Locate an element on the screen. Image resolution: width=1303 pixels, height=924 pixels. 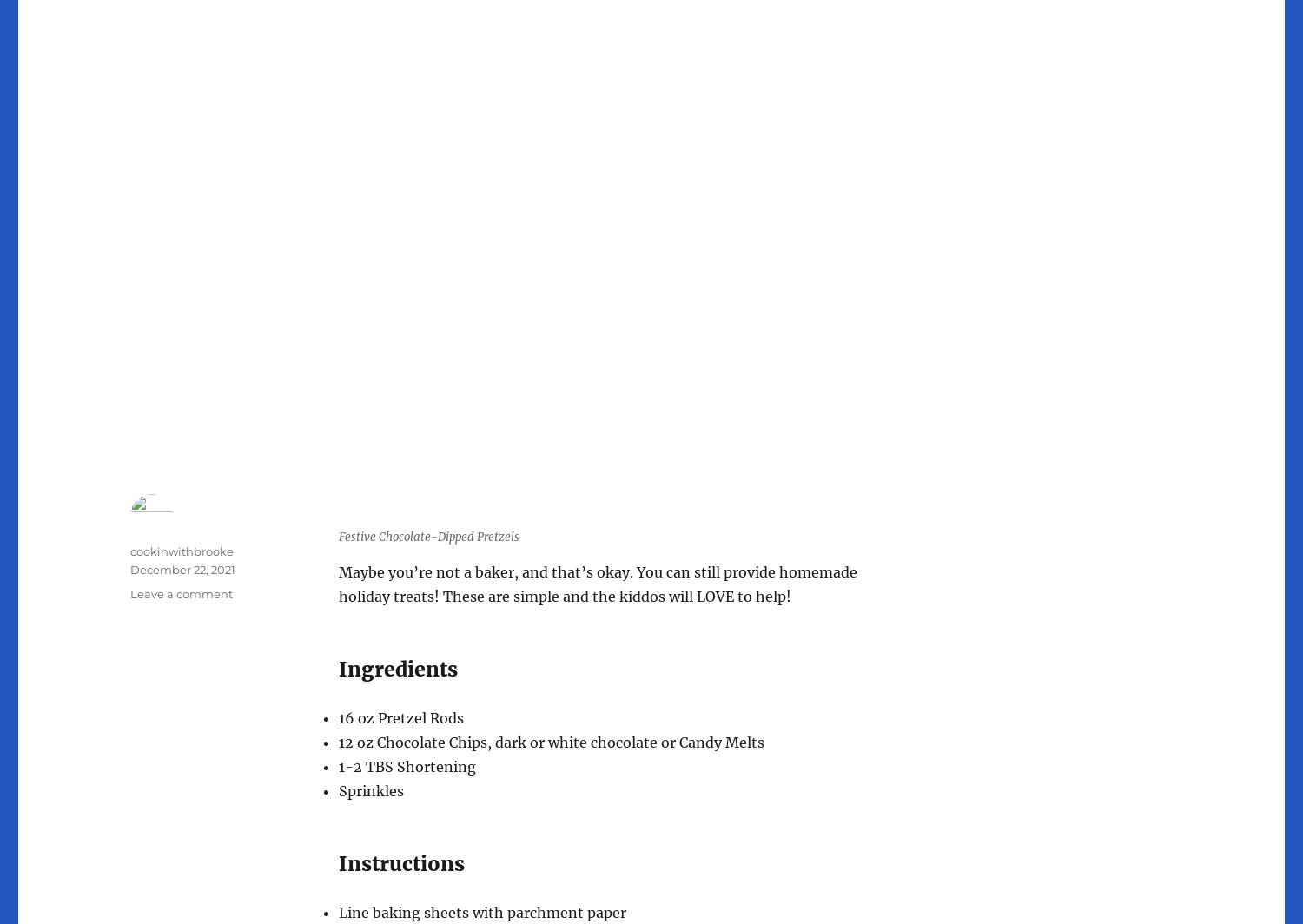
'12 oz Chocolate Chips, dark or white chocolate or Candy Melts' is located at coordinates (551, 742).